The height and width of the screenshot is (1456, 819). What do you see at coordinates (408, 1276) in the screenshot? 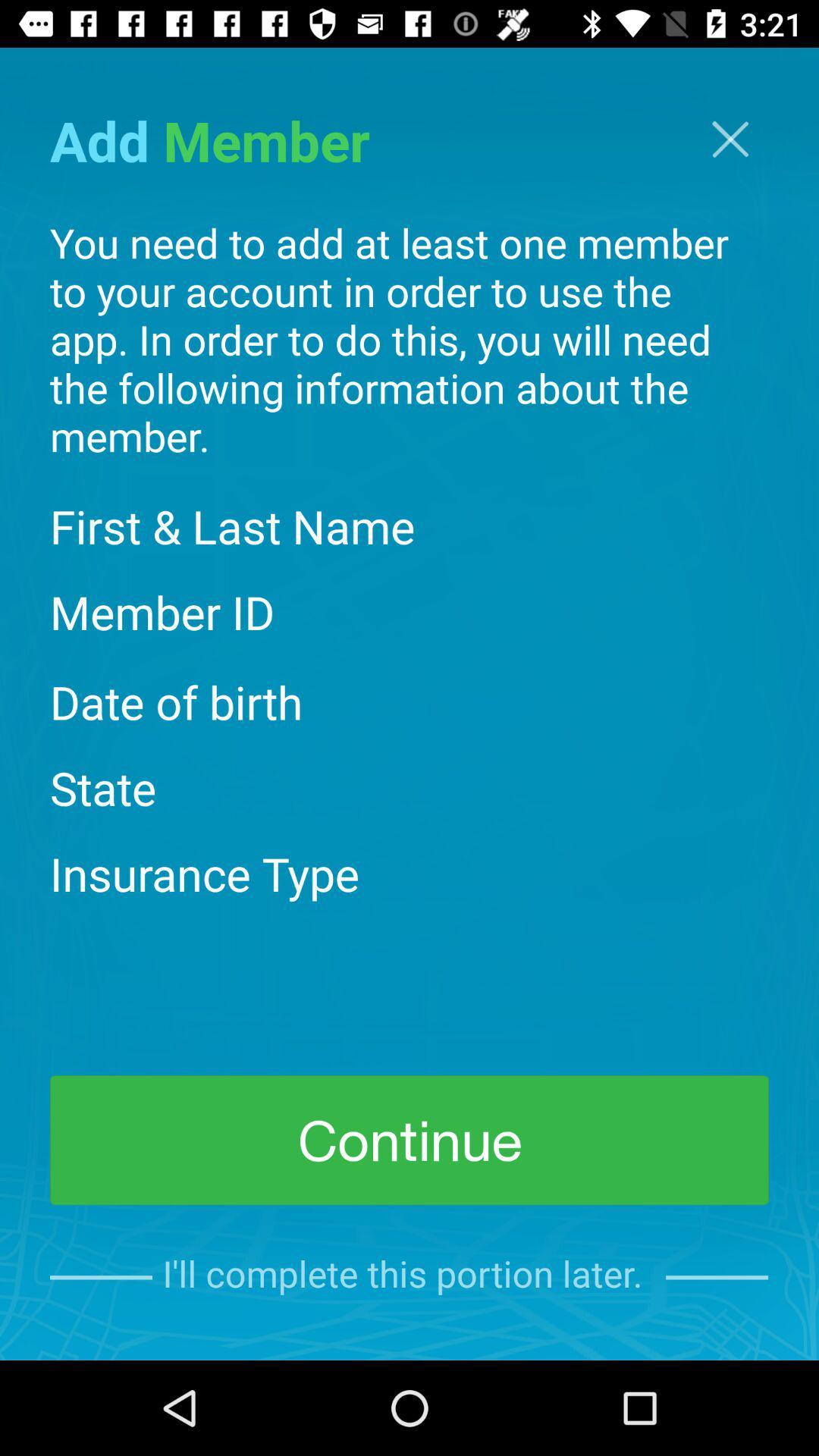
I see `i ll complete item` at bounding box center [408, 1276].